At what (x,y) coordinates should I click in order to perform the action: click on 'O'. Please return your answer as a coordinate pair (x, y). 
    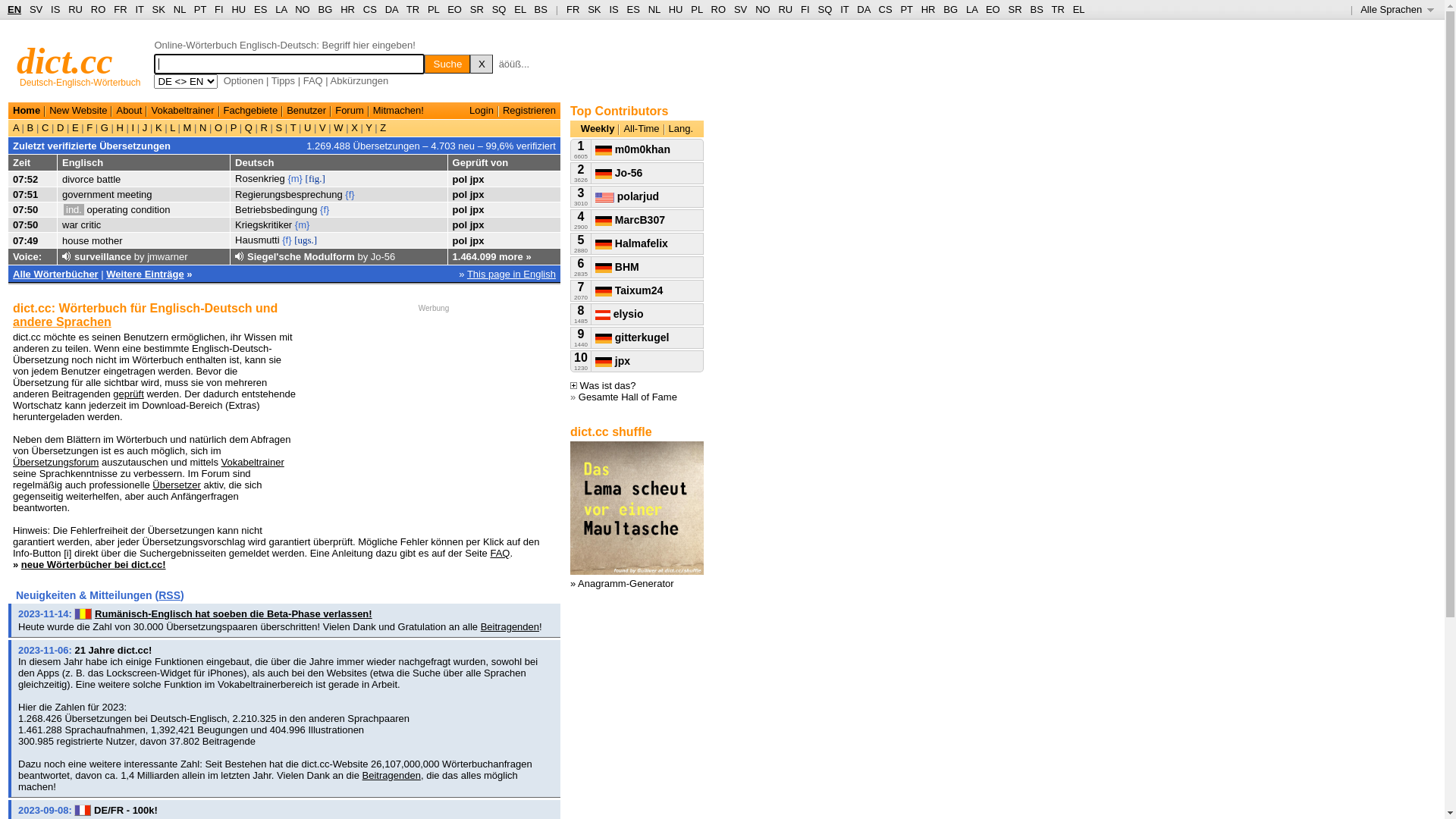
    Looking at the image, I should click on (217, 127).